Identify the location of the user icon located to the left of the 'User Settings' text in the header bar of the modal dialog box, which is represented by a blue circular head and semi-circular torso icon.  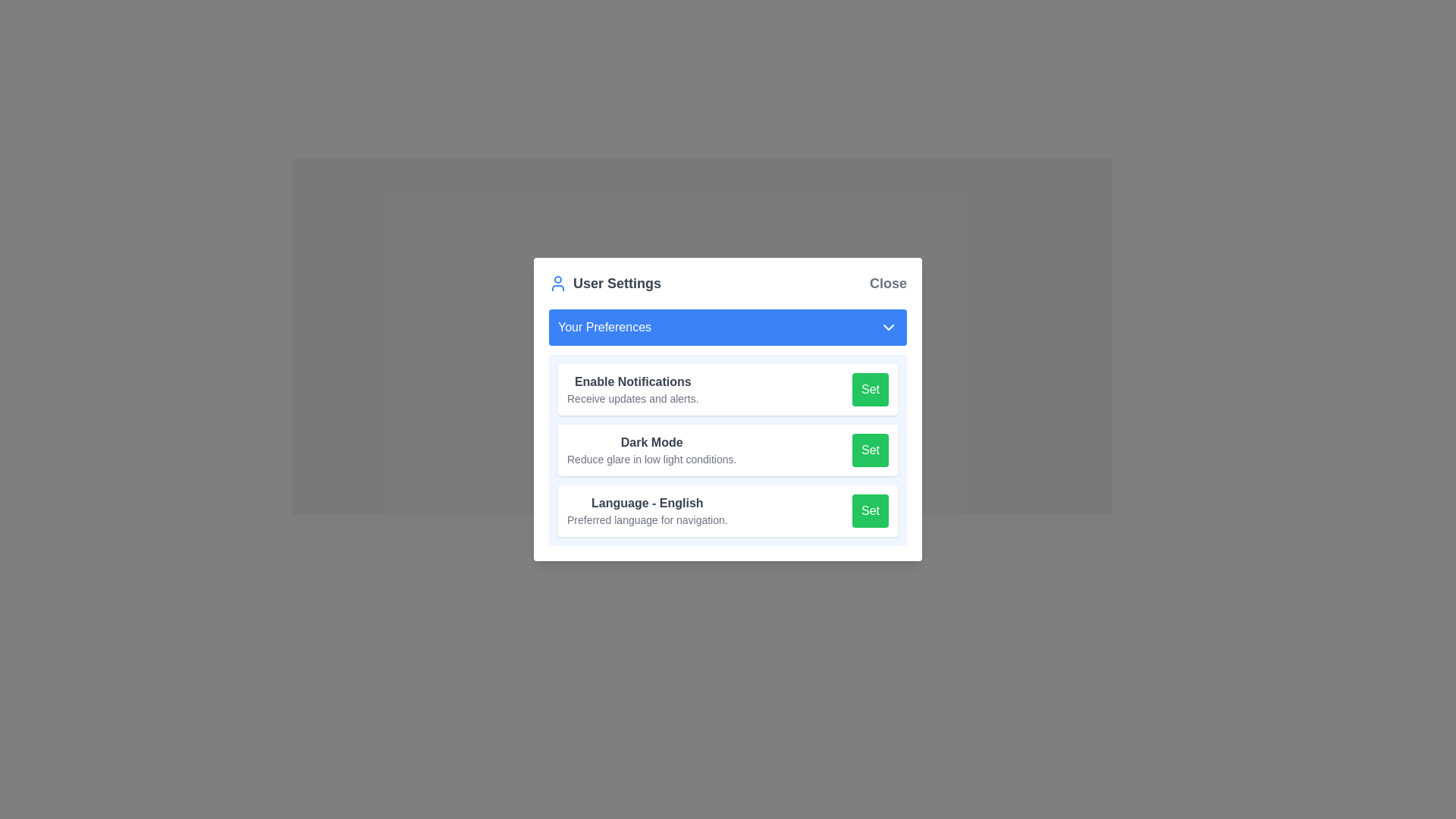
(557, 284).